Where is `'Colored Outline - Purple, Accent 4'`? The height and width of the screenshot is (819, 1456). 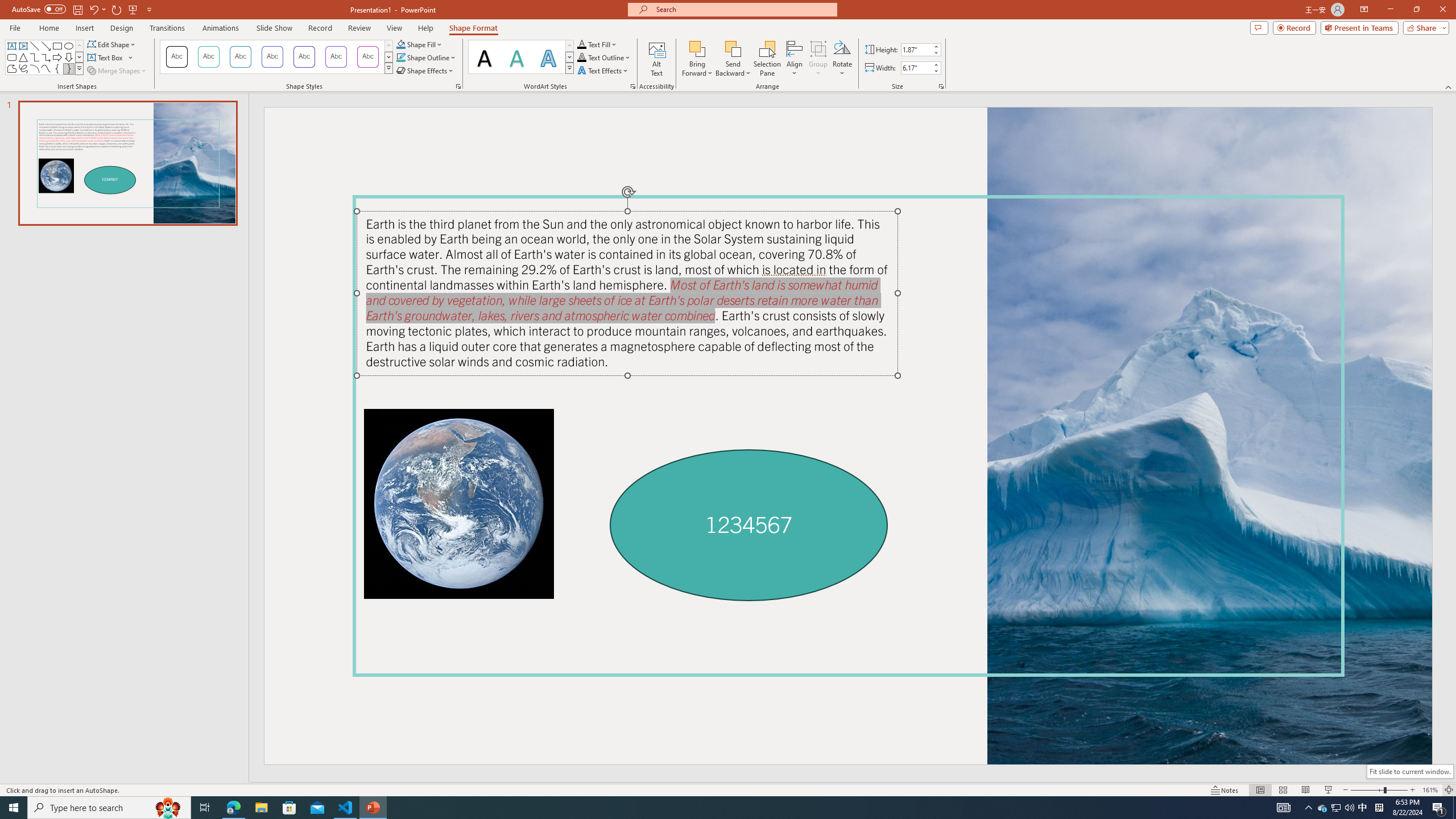 'Colored Outline - Purple, Accent 4' is located at coordinates (304, 56).